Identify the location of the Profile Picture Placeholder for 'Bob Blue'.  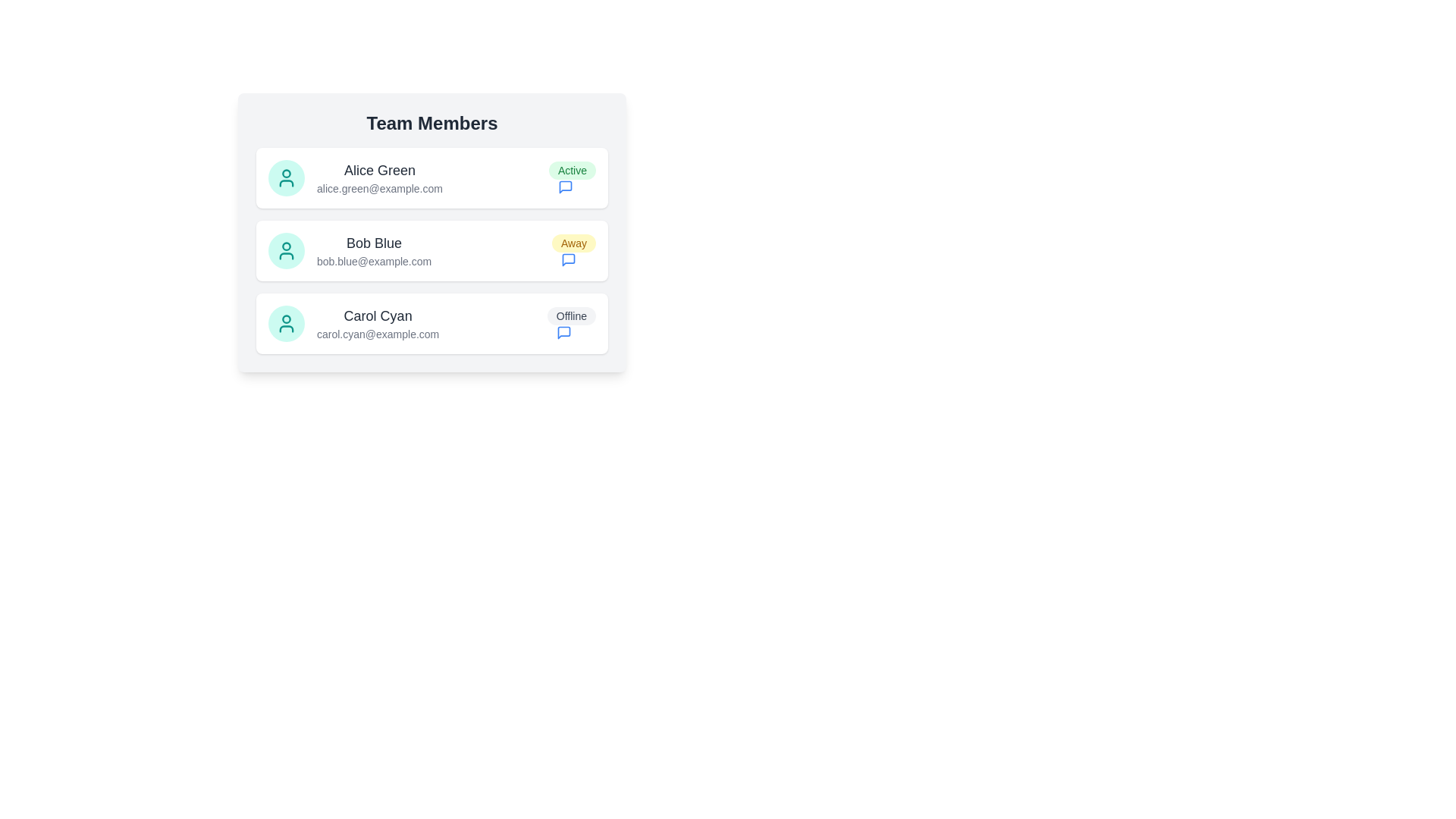
(287, 250).